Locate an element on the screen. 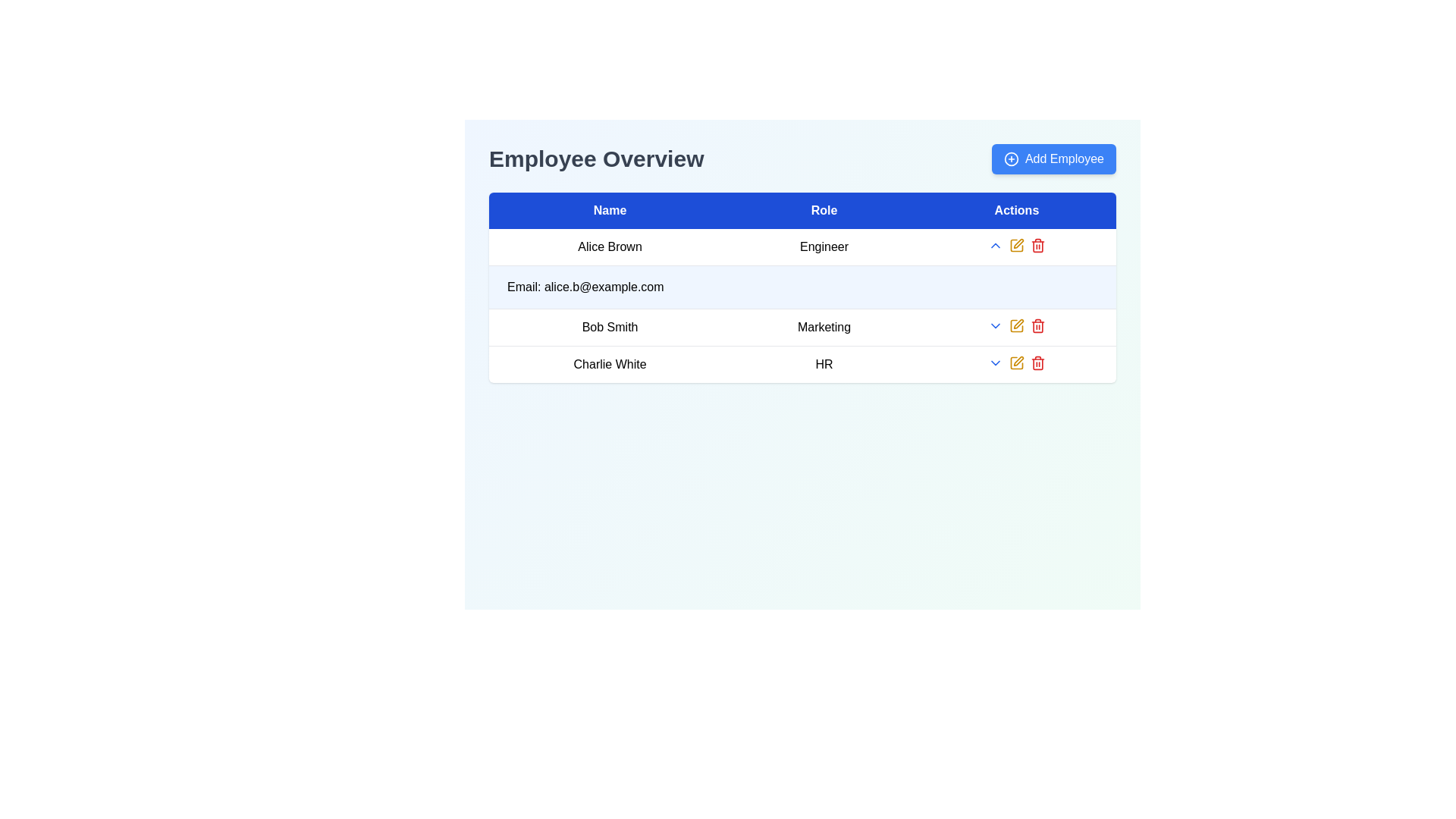  the Text display element containing the text 'Marketing', which is aligned with 'Name' and 'Actions' columns in the row for 'Bob Smith' is located at coordinates (824, 327).